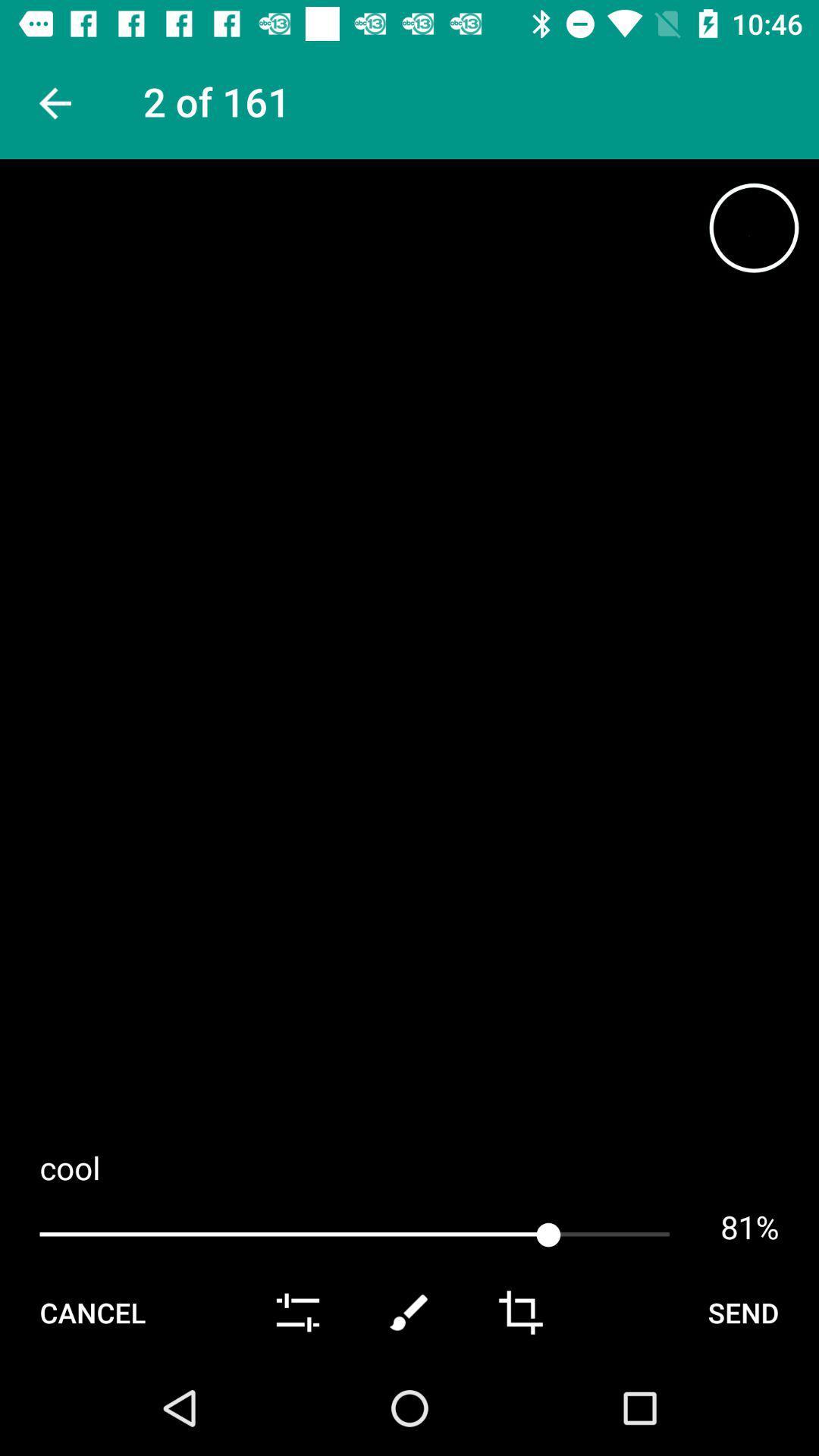 This screenshot has width=819, height=1456. I want to click on the cool item, so click(409, 1166).